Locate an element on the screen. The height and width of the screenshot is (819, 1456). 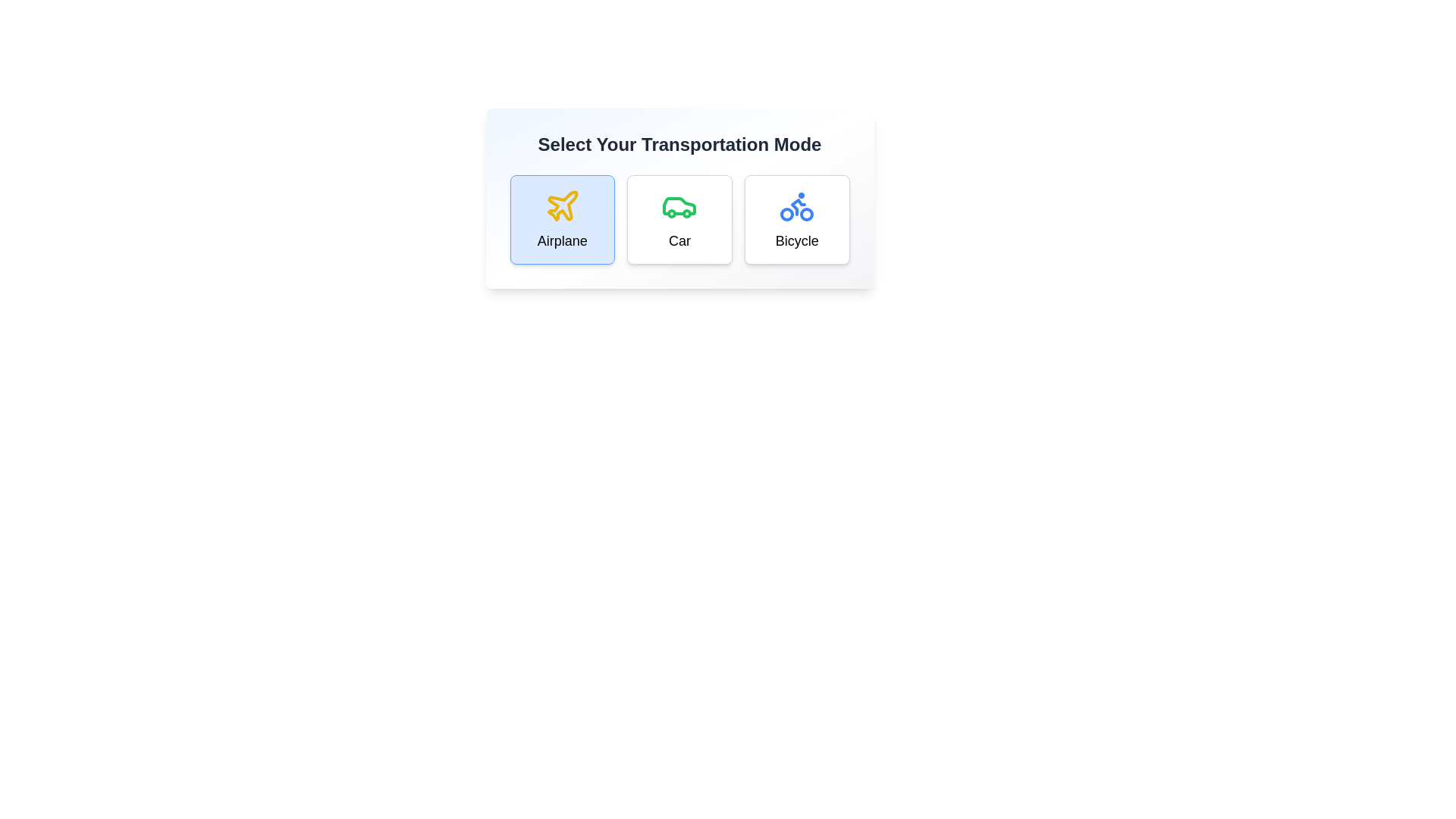
the stylized blue bicycle icon SVG graphic is located at coordinates (796, 206).